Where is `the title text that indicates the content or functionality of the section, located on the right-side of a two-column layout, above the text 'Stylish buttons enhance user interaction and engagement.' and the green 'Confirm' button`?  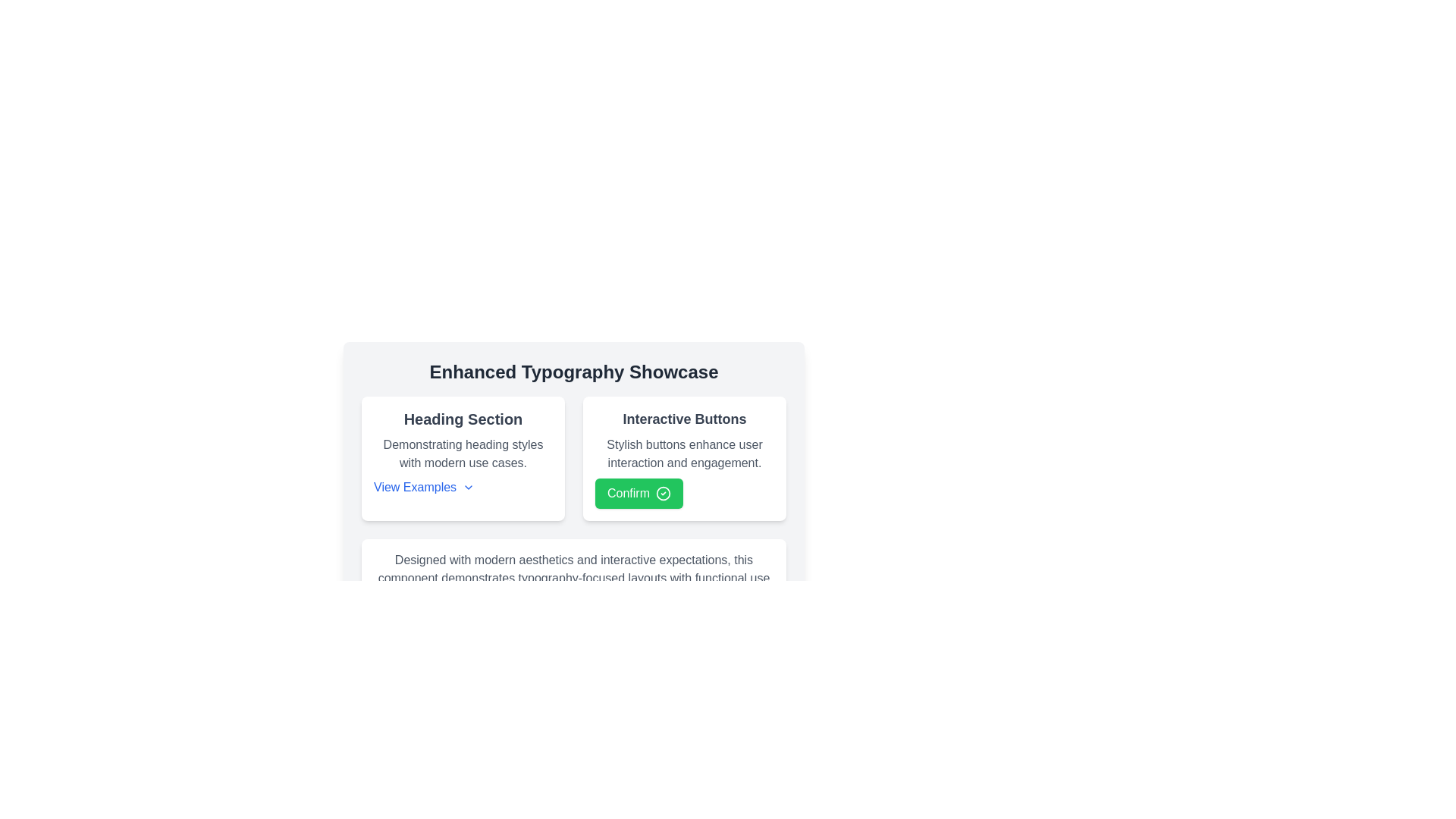 the title text that indicates the content or functionality of the section, located on the right-side of a two-column layout, above the text 'Stylish buttons enhance user interaction and engagement.' and the green 'Confirm' button is located at coordinates (683, 419).